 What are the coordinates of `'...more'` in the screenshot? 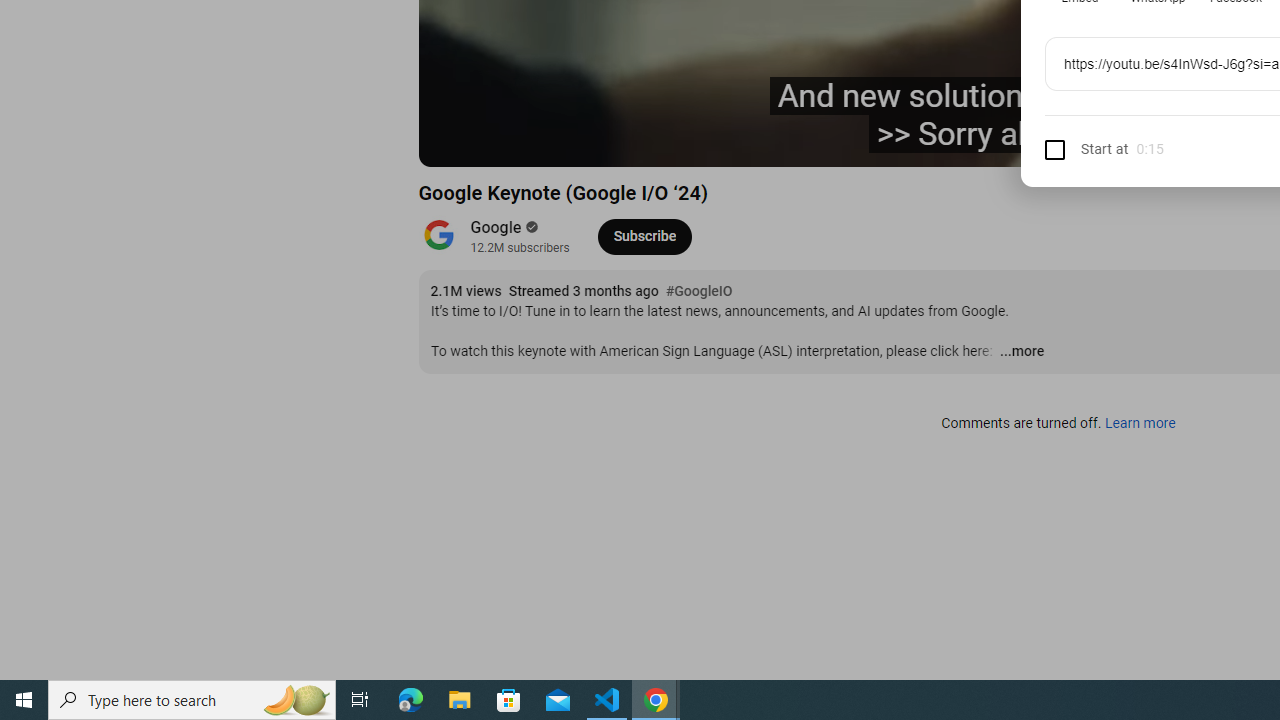 It's located at (1021, 351).